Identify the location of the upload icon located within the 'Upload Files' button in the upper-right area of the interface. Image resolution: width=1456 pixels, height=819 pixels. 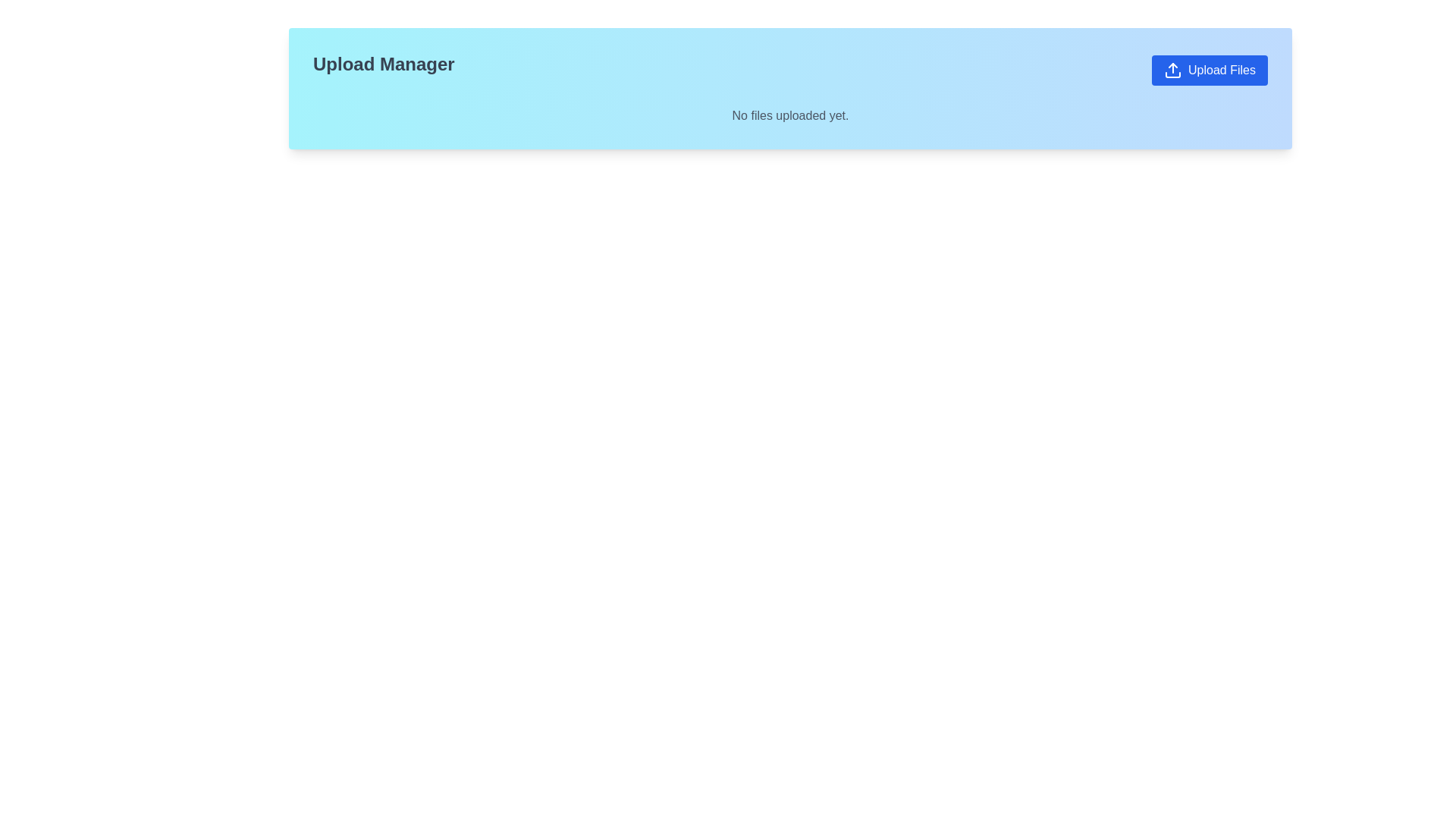
(1172, 70).